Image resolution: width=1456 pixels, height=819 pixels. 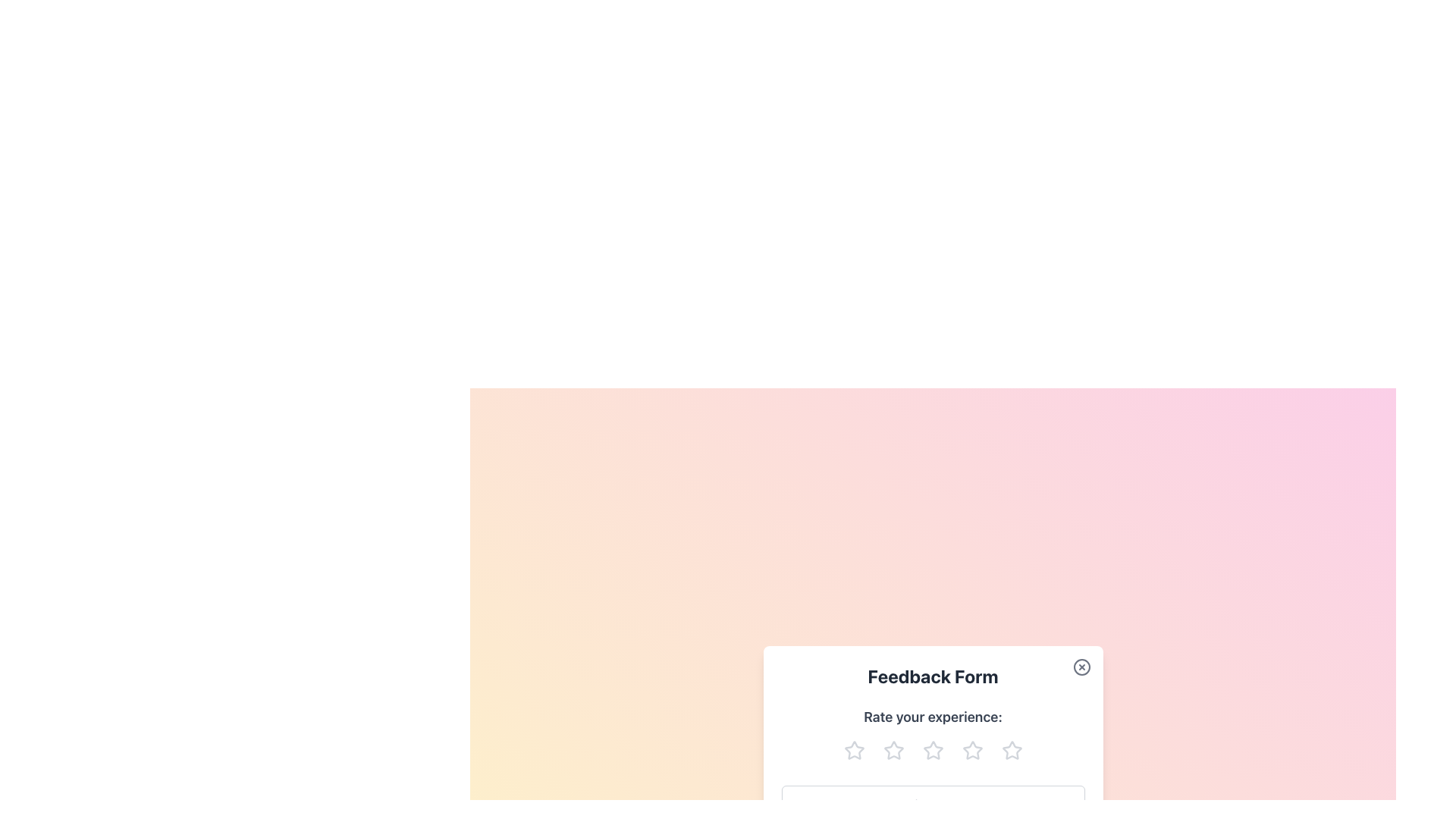 I want to click on the first interactive star icon in the rating selector to trigger the scaling effect, indicating interactivity, so click(x=854, y=751).